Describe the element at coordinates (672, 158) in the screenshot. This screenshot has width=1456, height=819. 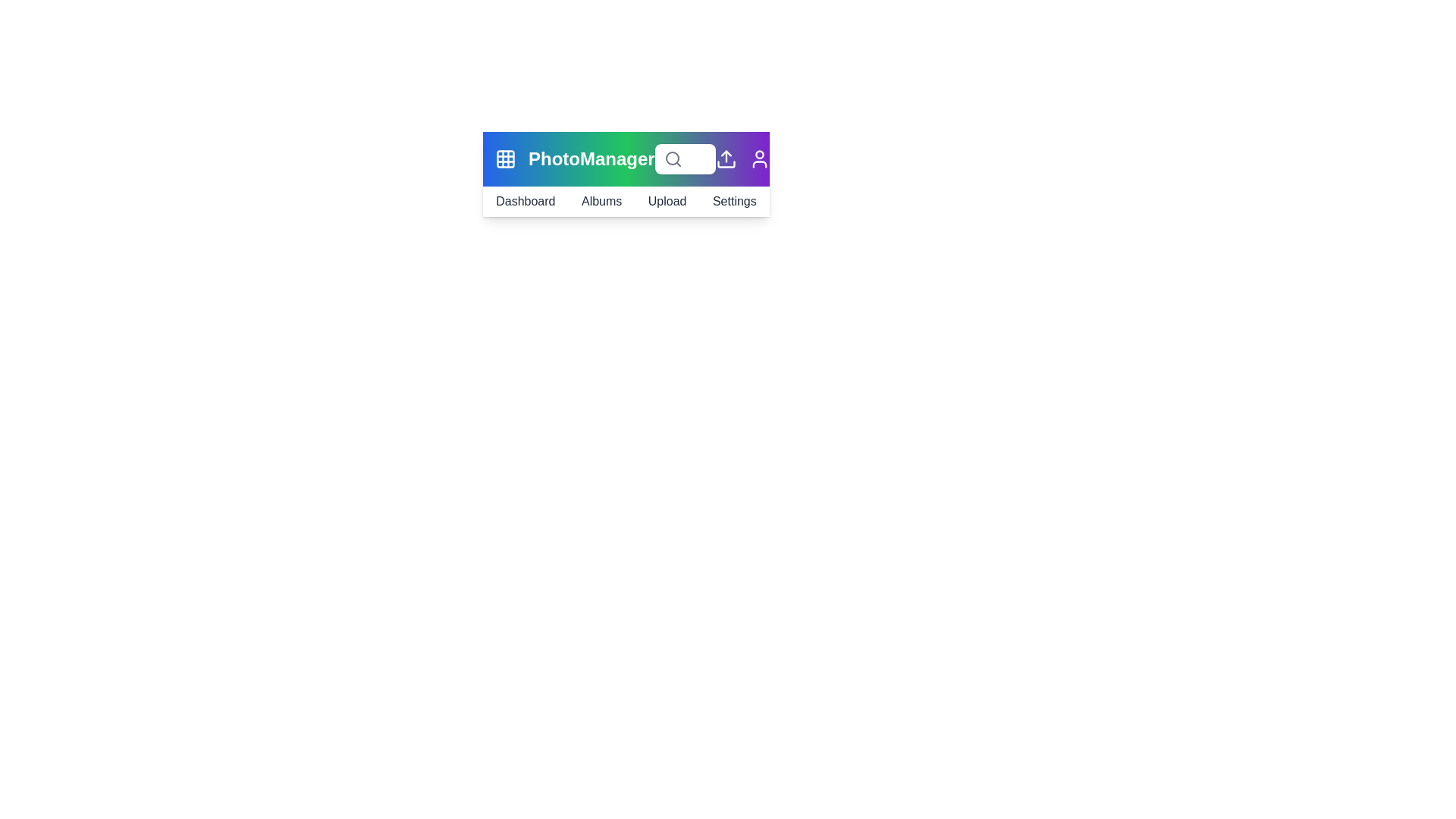
I see `the search icon to execute a search` at that location.